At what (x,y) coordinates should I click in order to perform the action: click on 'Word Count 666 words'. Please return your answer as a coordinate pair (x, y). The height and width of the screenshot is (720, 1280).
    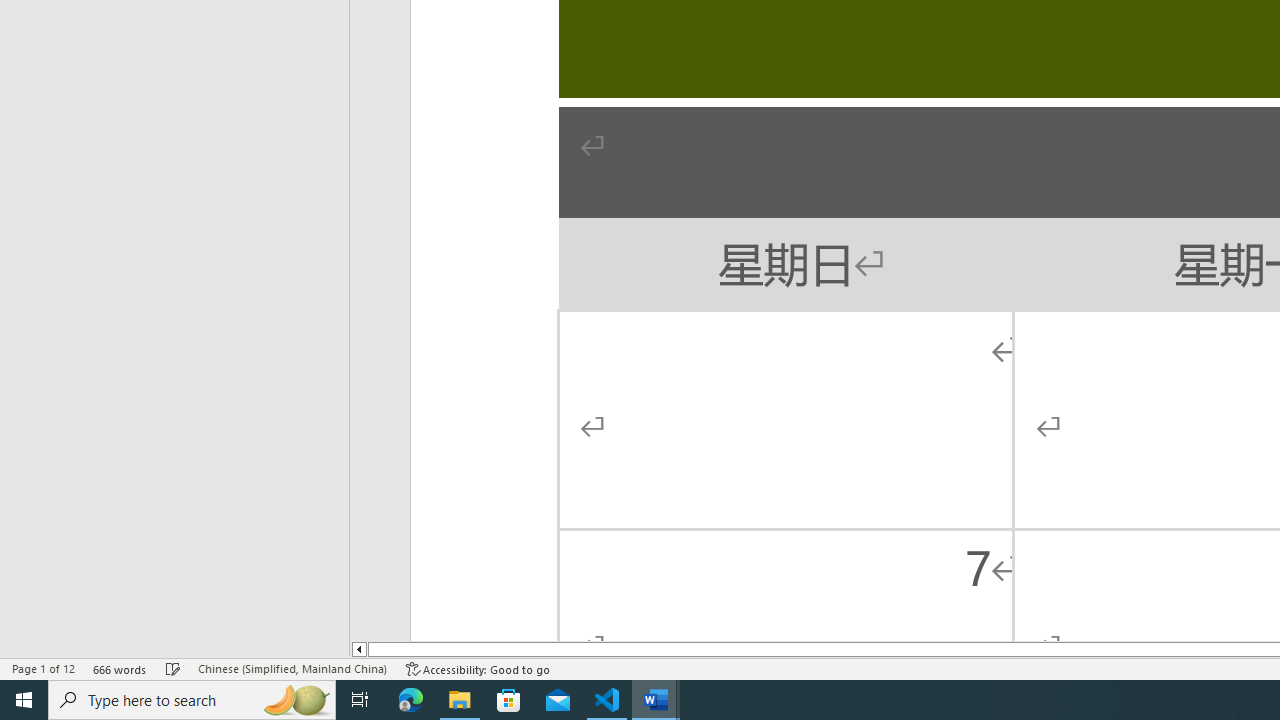
    Looking at the image, I should click on (119, 669).